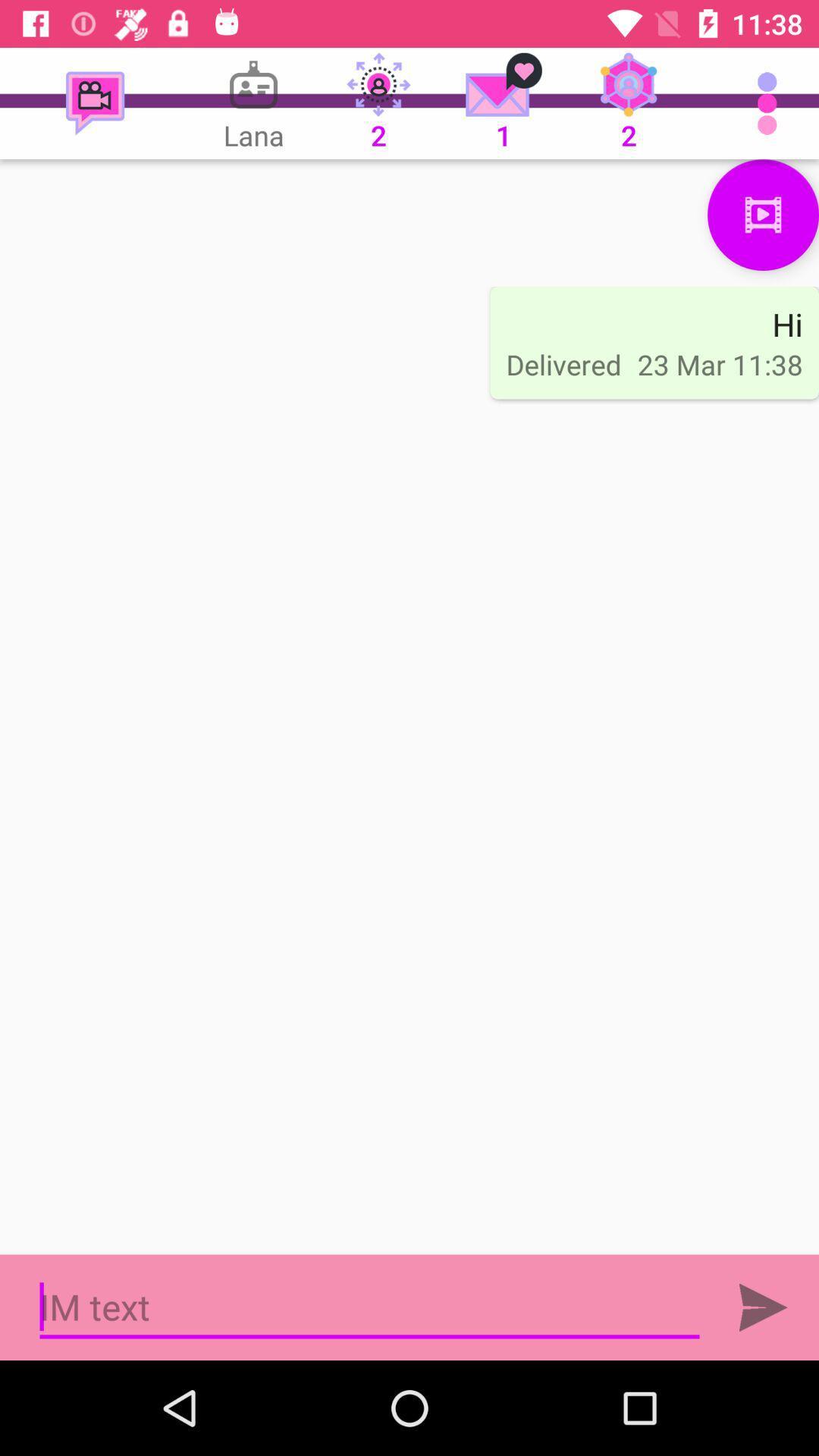 The width and height of the screenshot is (819, 1456). Describe the element at coordinates (763, 1307) in the screenshot. I see `send message` at that location.